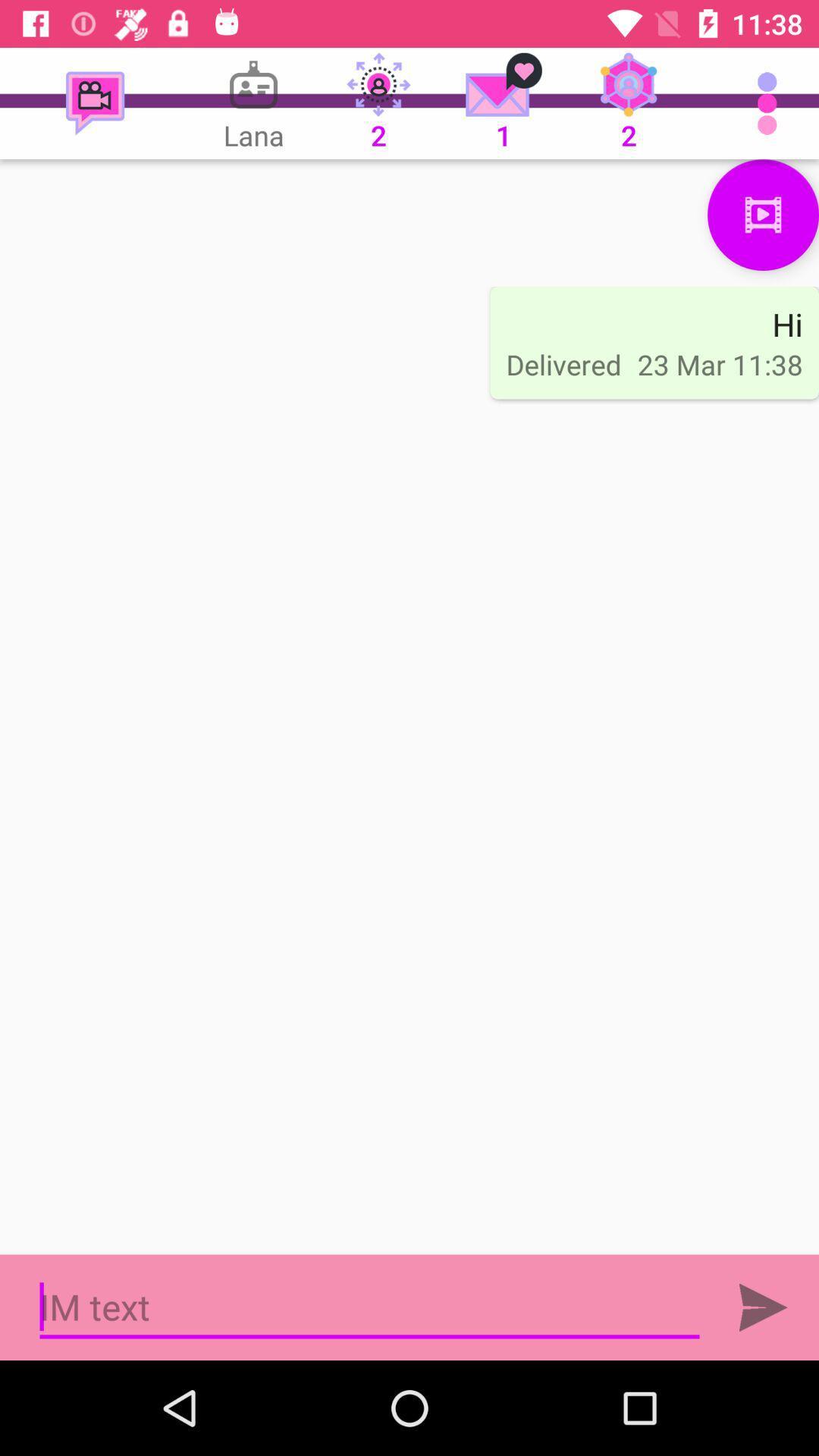 The width and height of the screenshot is (819, 1456). Describe the element at coordinates (763, 1307) in the screenshot. I see `send message` at that location.